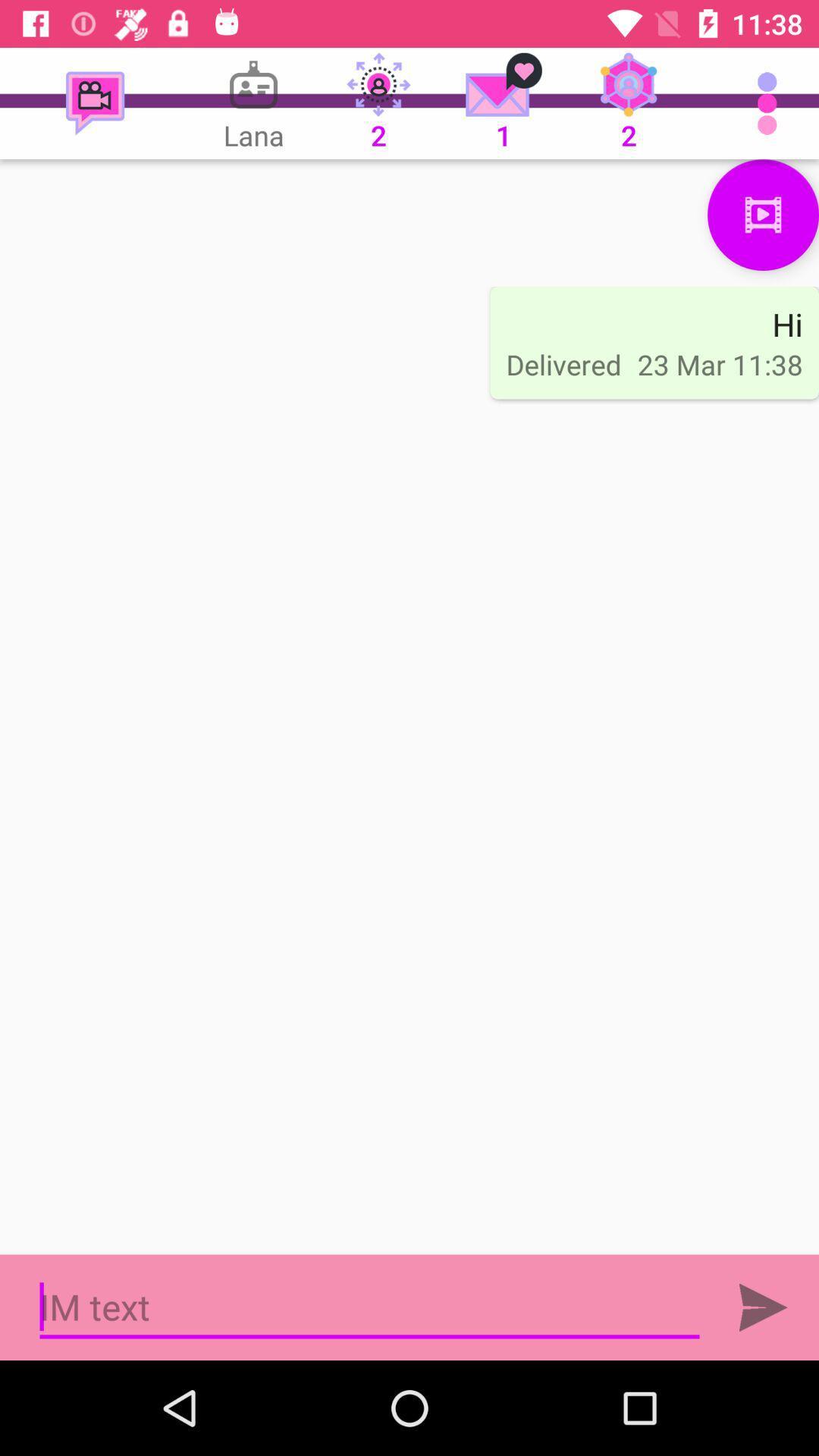 The width and height of the screenshot is (819, 1456). Describe the element at coordinates (763, 1307) in the screenshot. I see `send message` at that location.